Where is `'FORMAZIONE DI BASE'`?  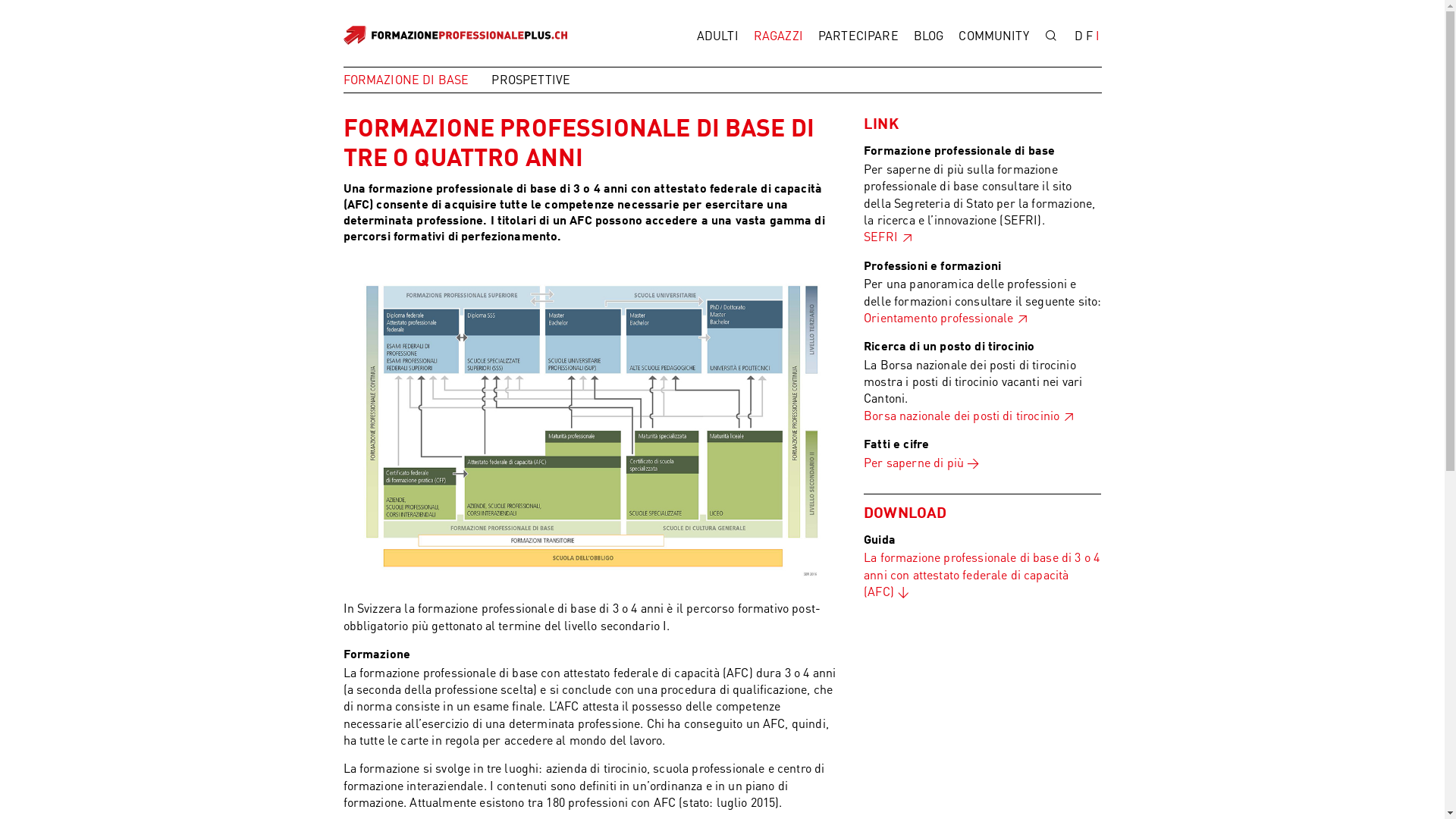 'FORMAZIONE DI BASE' is located at coordinates (417, 80).